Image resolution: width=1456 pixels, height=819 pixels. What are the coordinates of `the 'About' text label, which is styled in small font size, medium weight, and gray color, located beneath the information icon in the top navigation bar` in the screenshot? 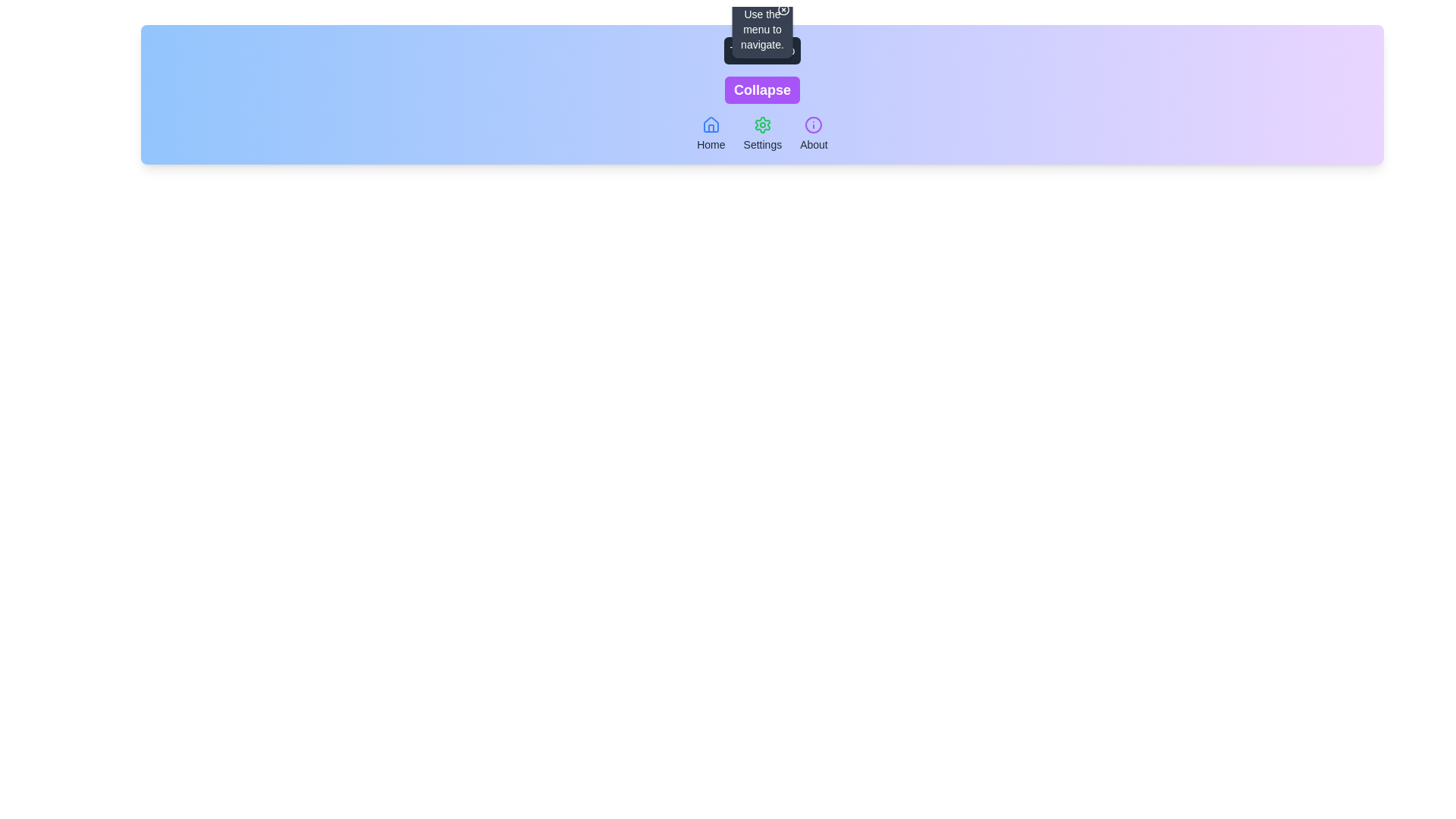 It's located at (813, 145).